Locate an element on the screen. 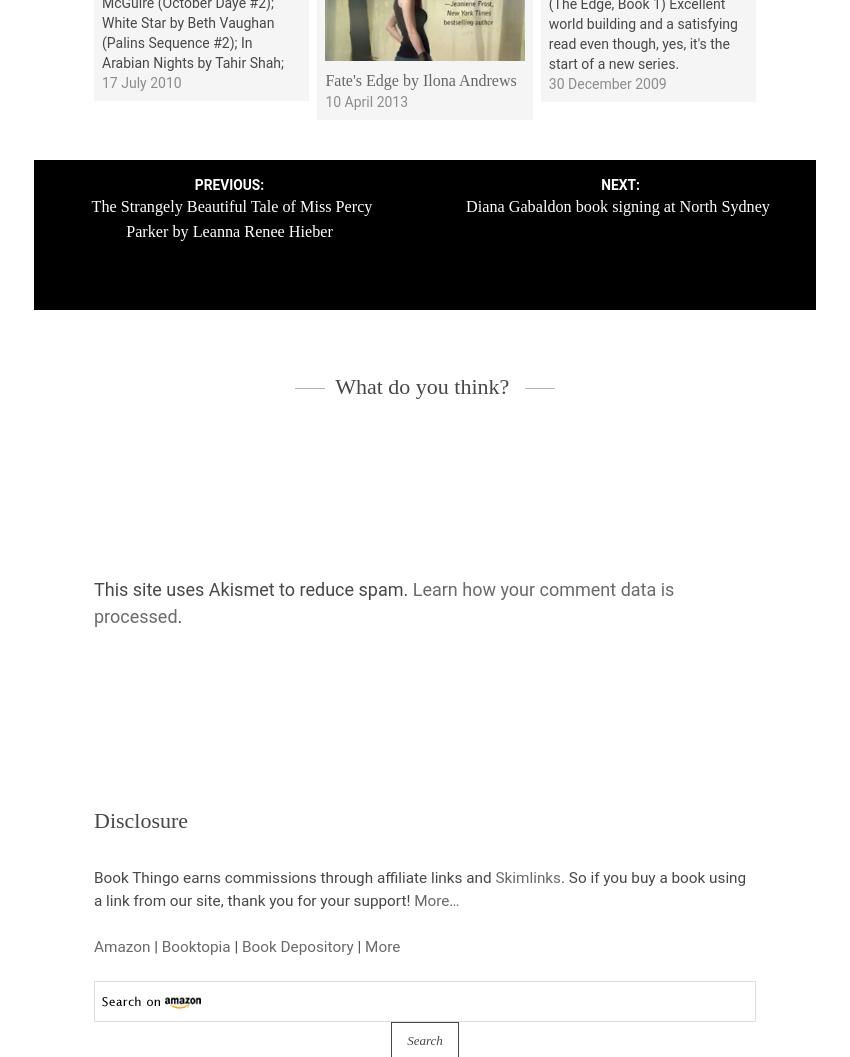 This screenshot has width=850, height=1057. 'Book Depository' is located at coordinates (240, 946).